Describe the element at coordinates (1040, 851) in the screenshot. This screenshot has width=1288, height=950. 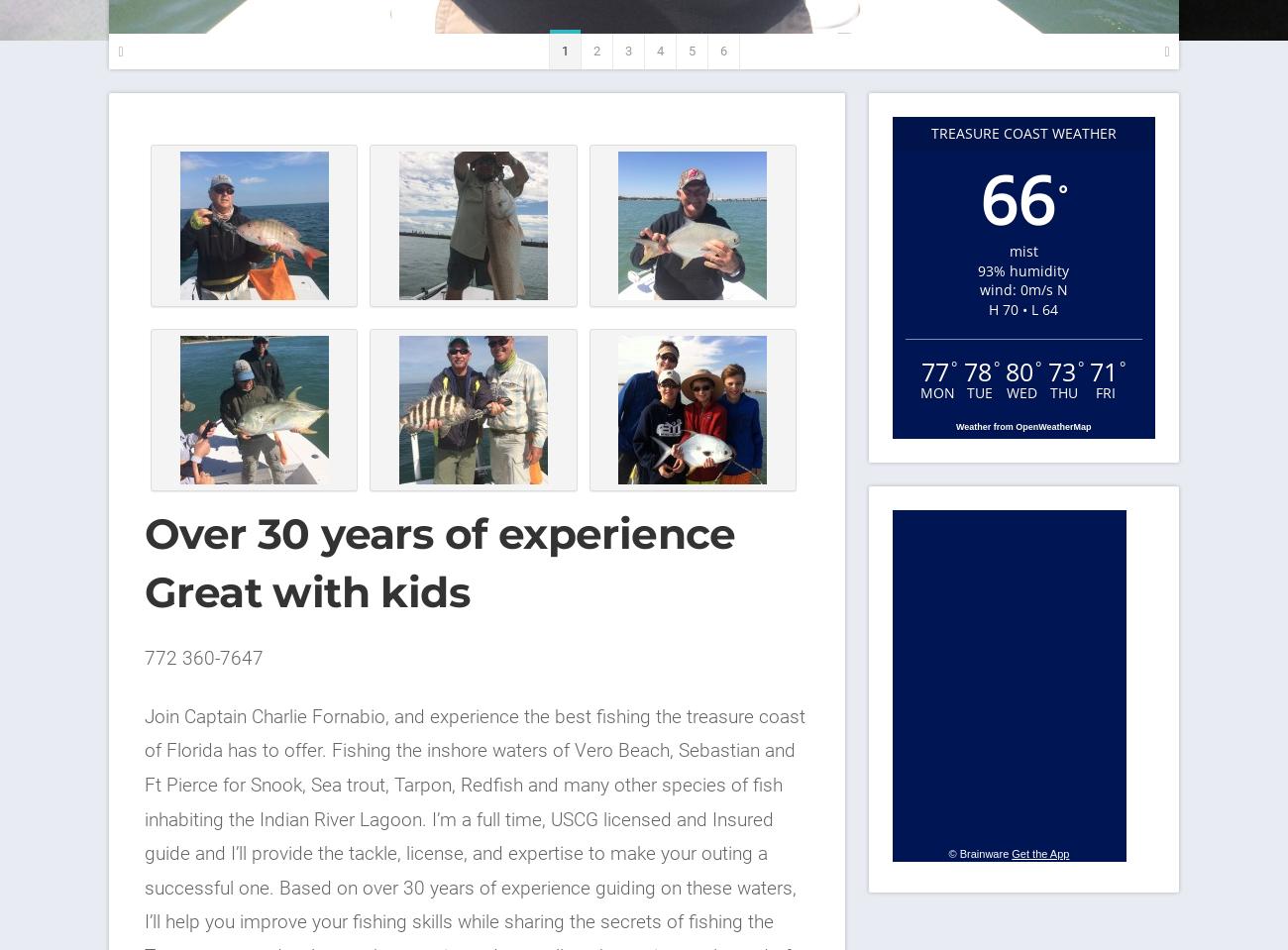
I see `'Get the App'` at that location.